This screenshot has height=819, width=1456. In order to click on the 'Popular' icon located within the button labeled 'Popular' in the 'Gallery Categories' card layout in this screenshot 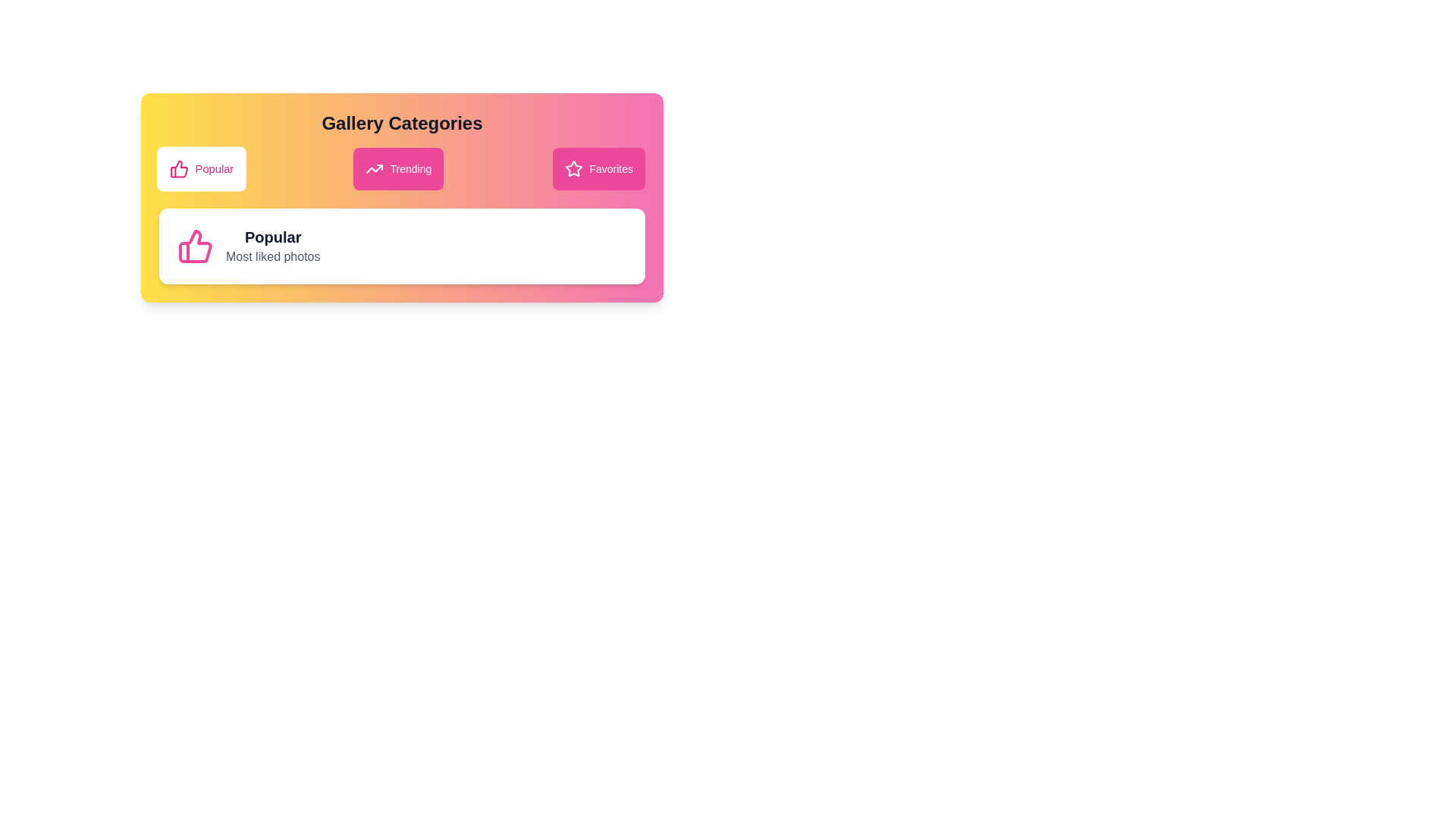, I will do `click(194, 245)`.